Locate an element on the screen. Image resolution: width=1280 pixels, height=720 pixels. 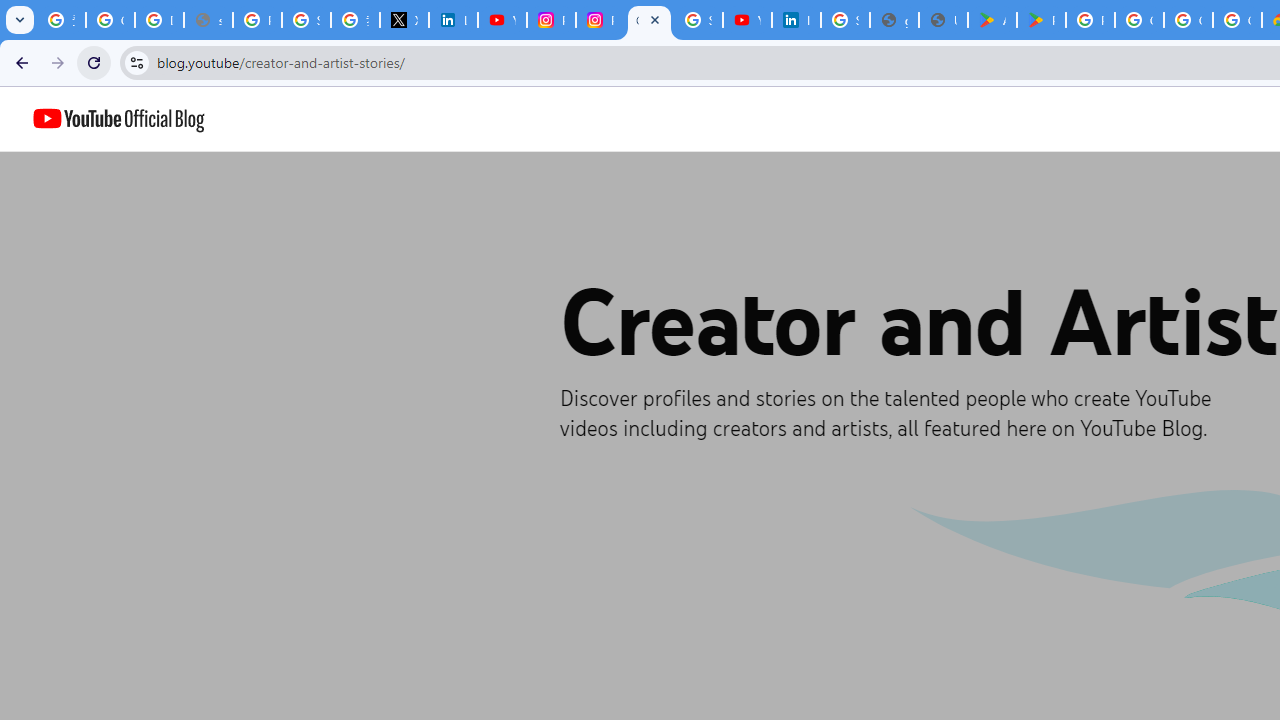
'Android Apps on Google Play' is located at coordinates (992, 20).